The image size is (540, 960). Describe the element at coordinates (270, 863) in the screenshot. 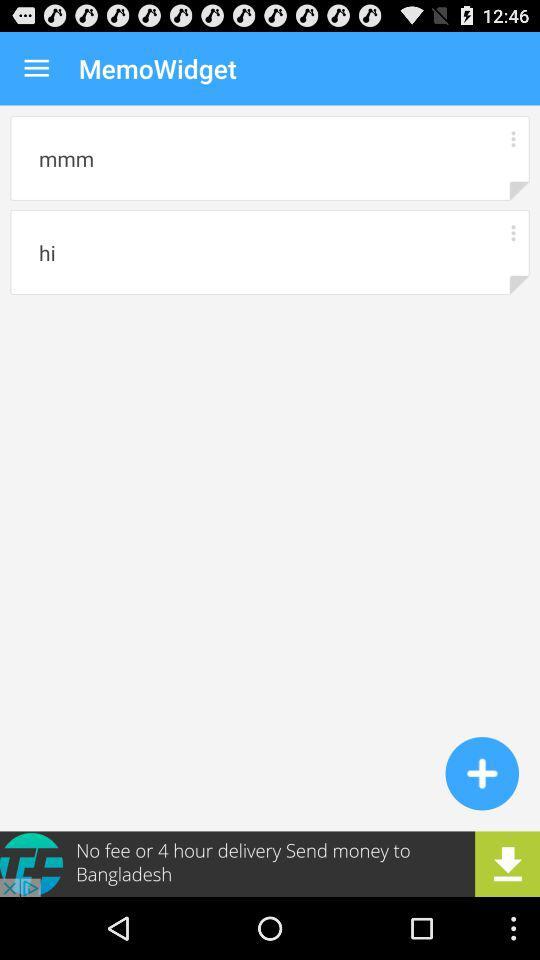

I see `advertisement` at that location.